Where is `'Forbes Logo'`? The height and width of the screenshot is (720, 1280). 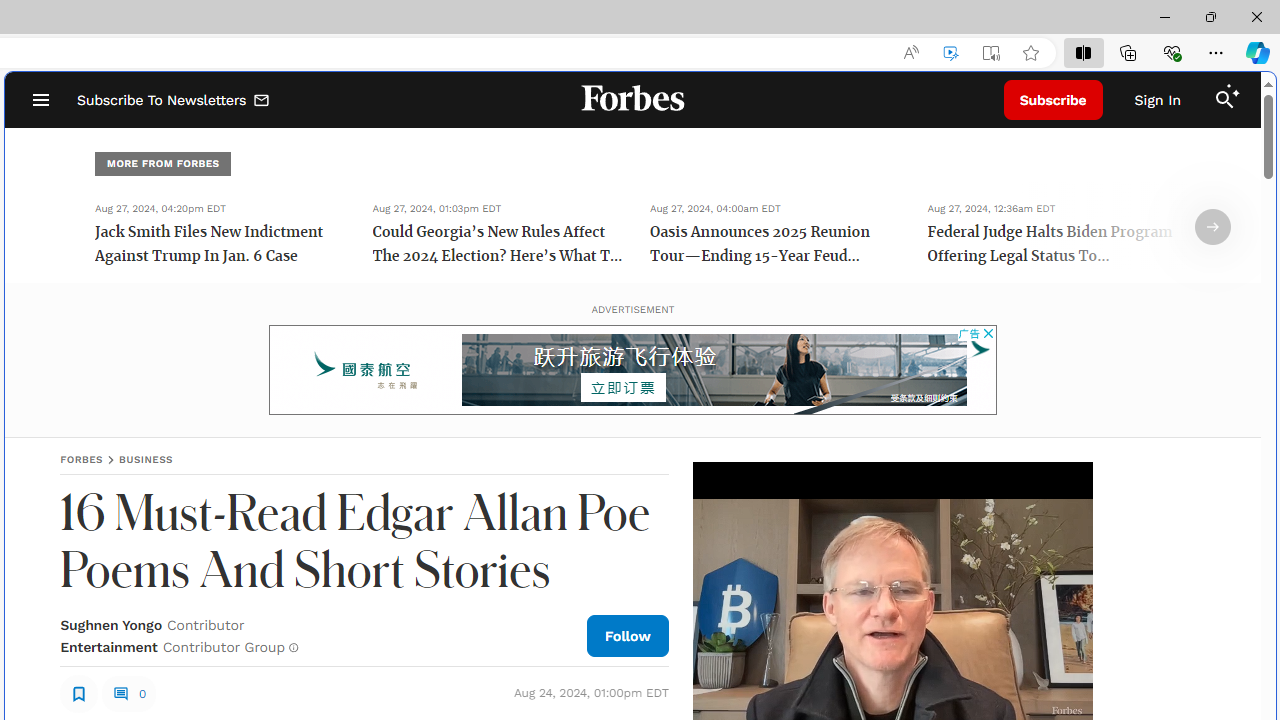
'Forbes Logo' is located at coordinates (631, 100).